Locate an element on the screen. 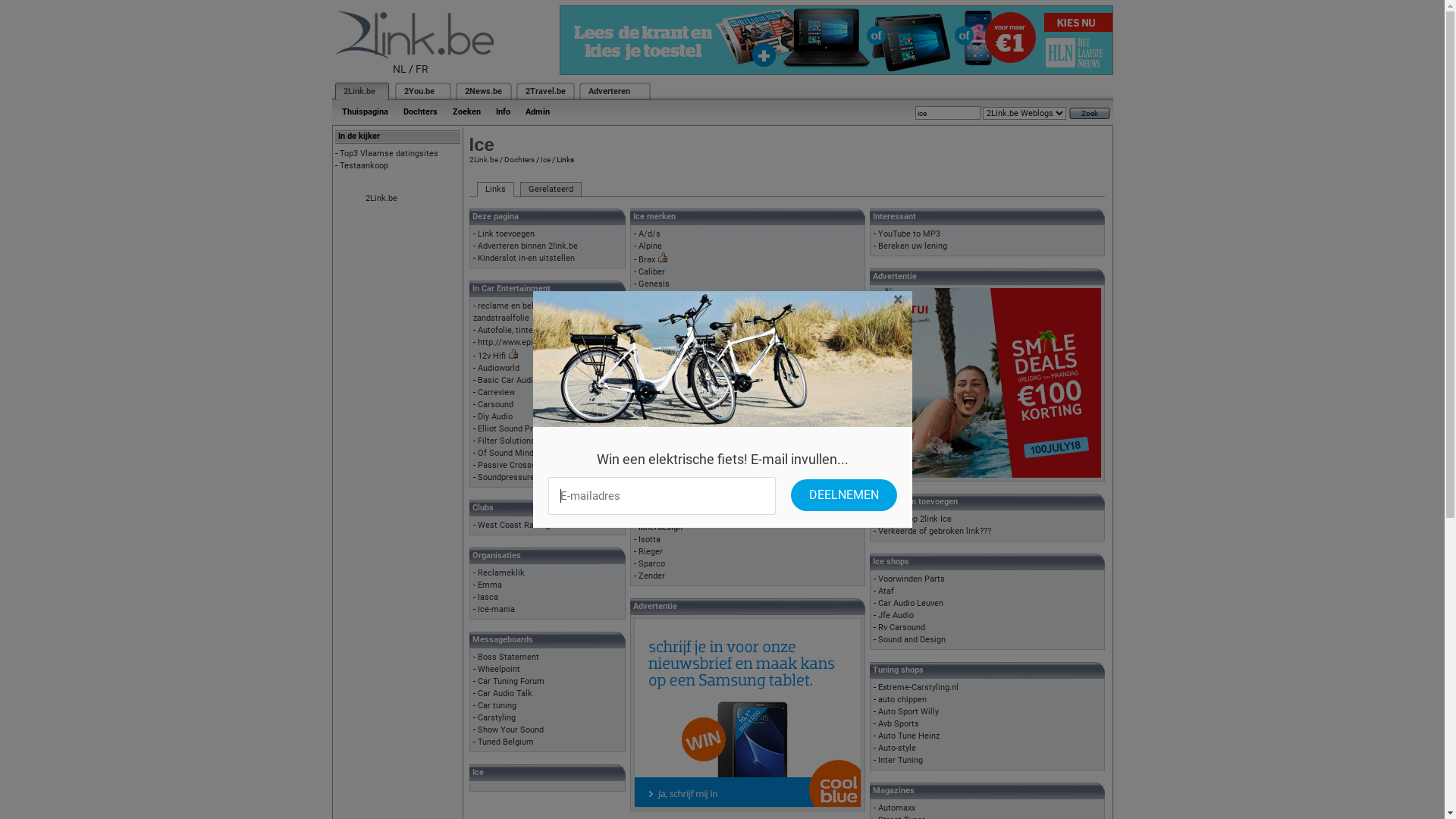 The width and height of the screenshot is (1456, 819). 'Alpine' is located at coordinates (650, 245).